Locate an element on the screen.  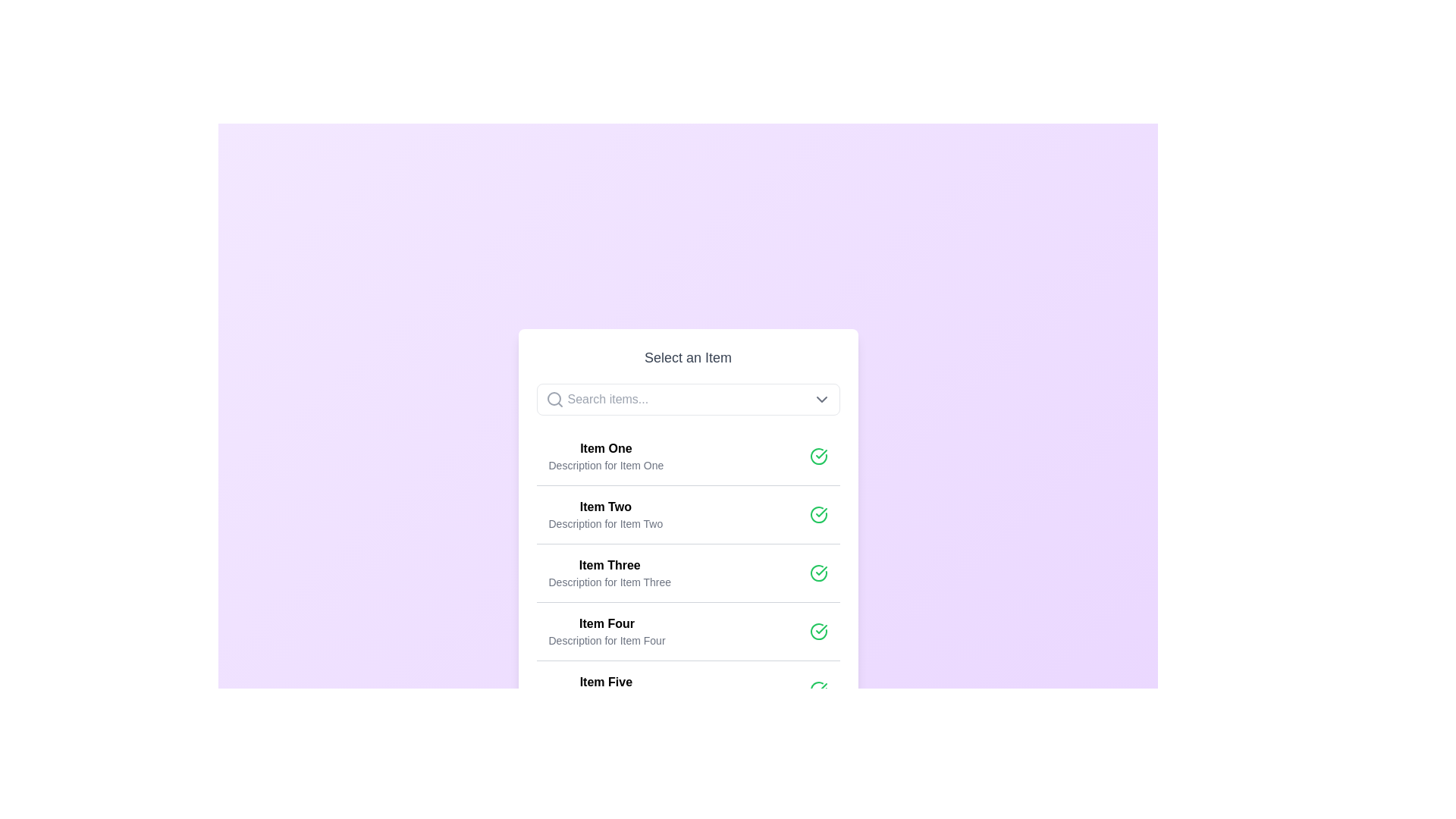
the descriptive text element located directly below the title 'Item One', which provides additional information about this list item is located at coordinates (605, 464).